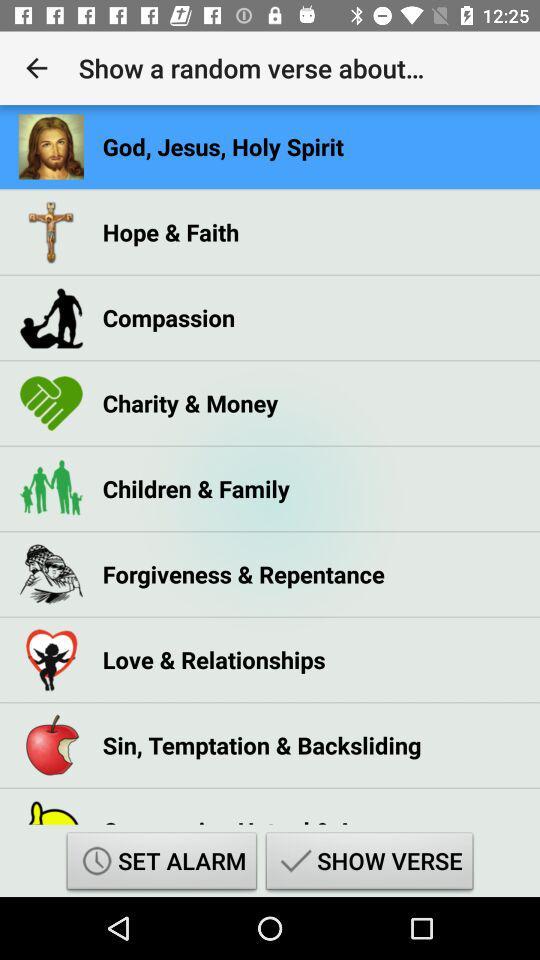  I want to click on children & family item, so click(196, 487).